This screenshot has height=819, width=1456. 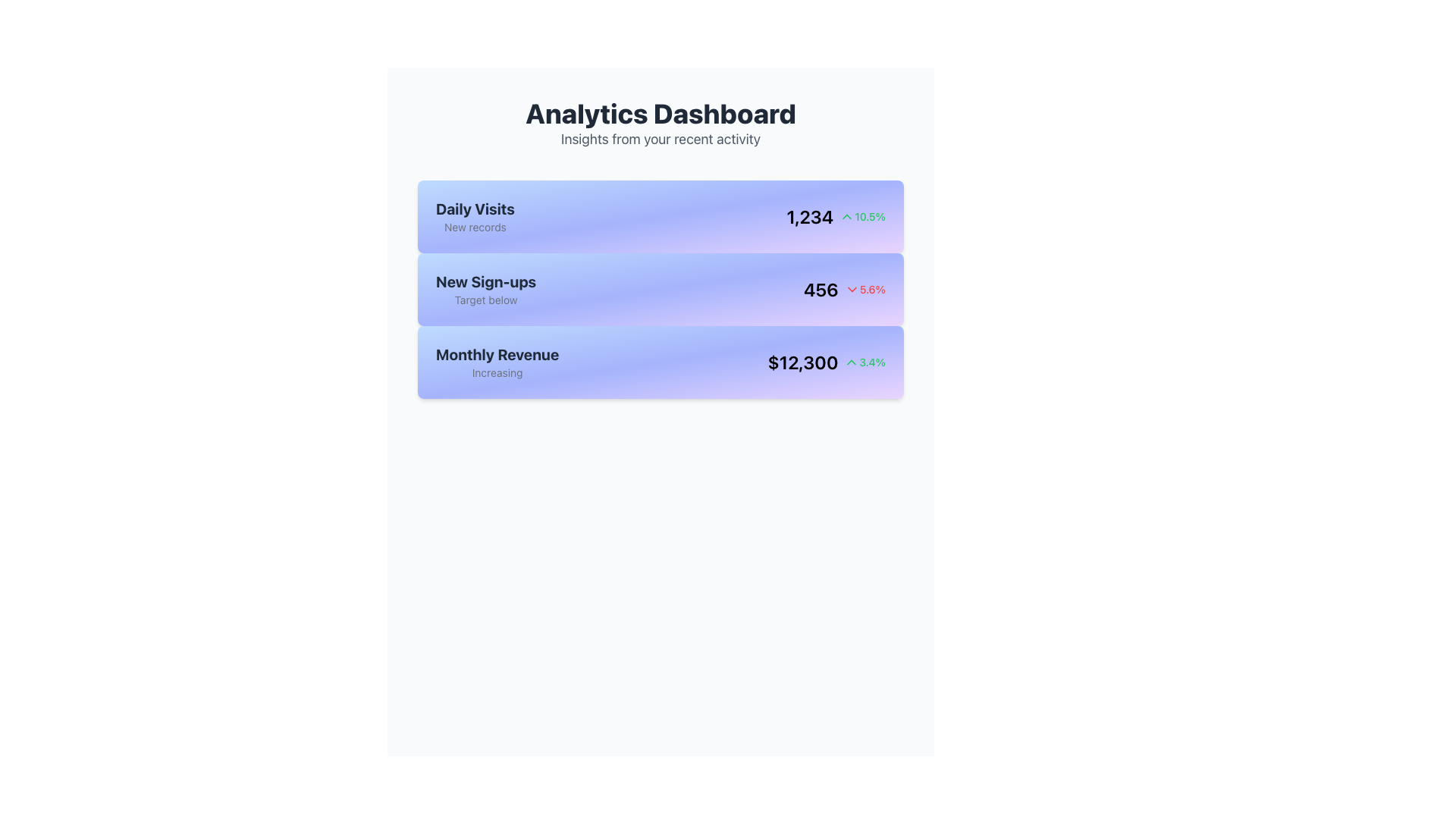 I want to click on the Informational card displaying monthly revenue, which is the third card in a vertical stack of three, located below the 'Daily Visits' and 'New Sign-ups' cards, so click(x=661, y=362).